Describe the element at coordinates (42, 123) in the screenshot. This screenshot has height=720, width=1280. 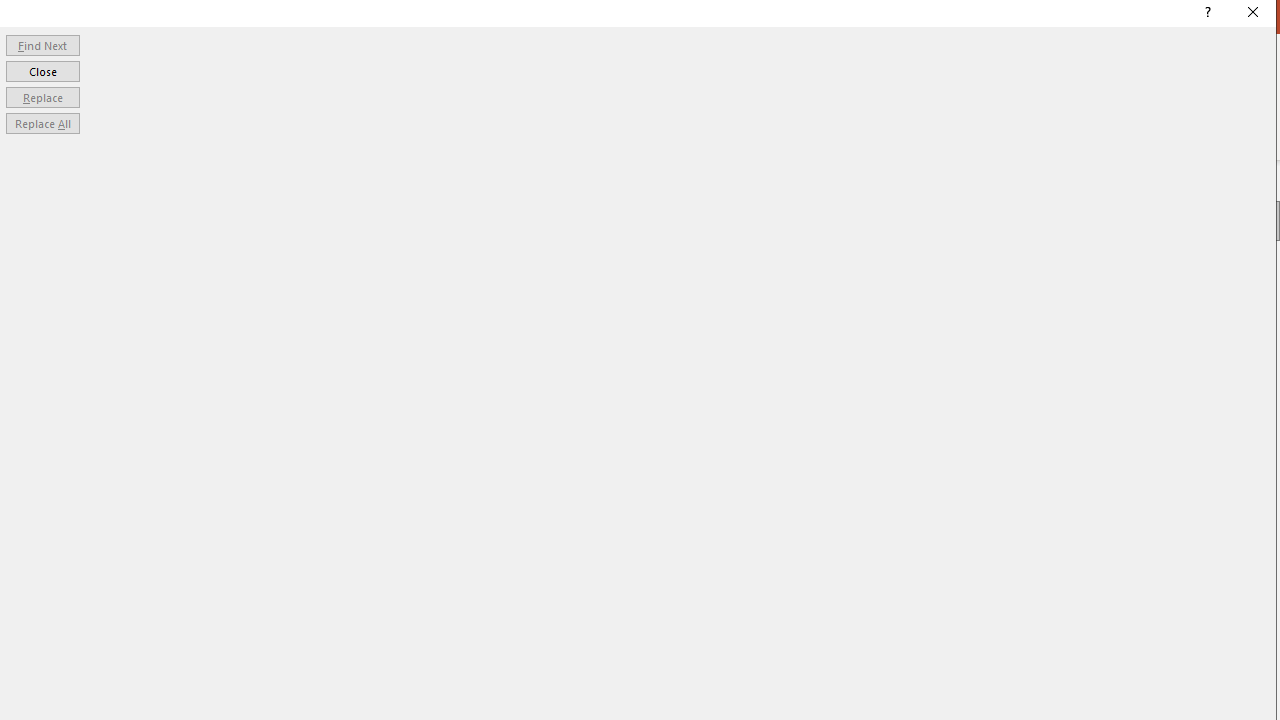
I see `'Replace All'` at that location.